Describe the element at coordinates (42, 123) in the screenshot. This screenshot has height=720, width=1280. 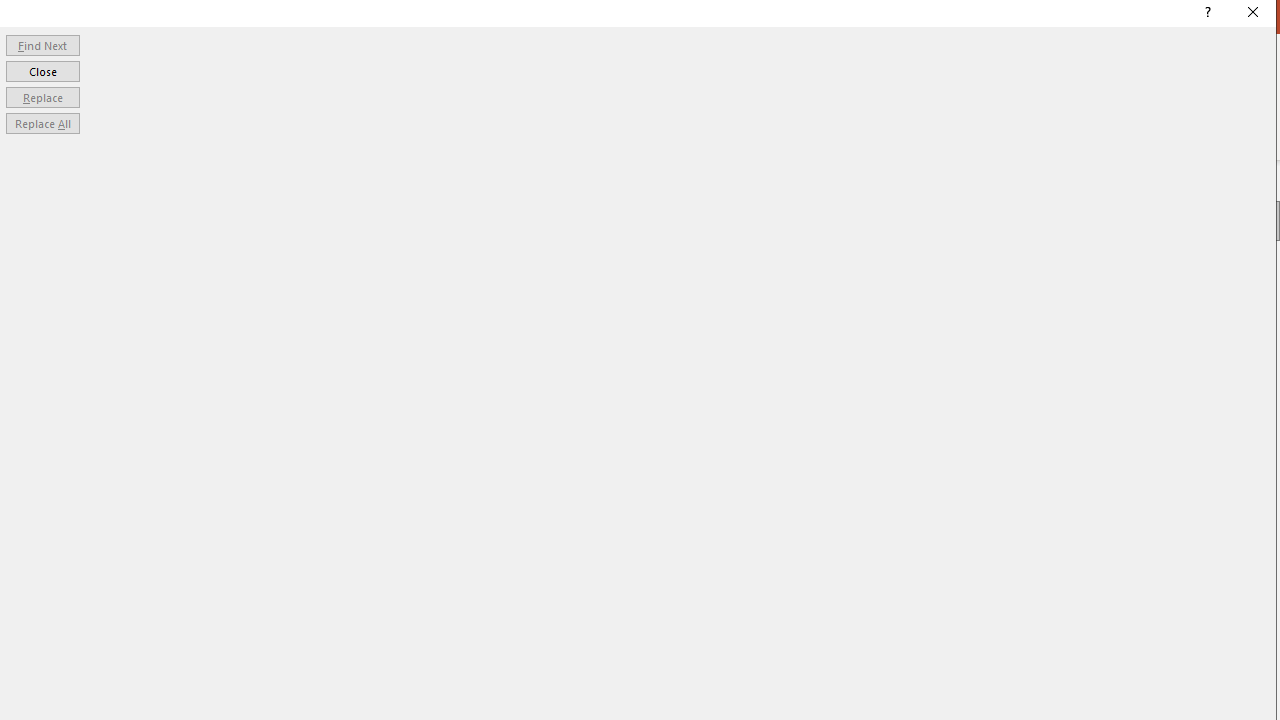
I see `'Replace All'` at that location.